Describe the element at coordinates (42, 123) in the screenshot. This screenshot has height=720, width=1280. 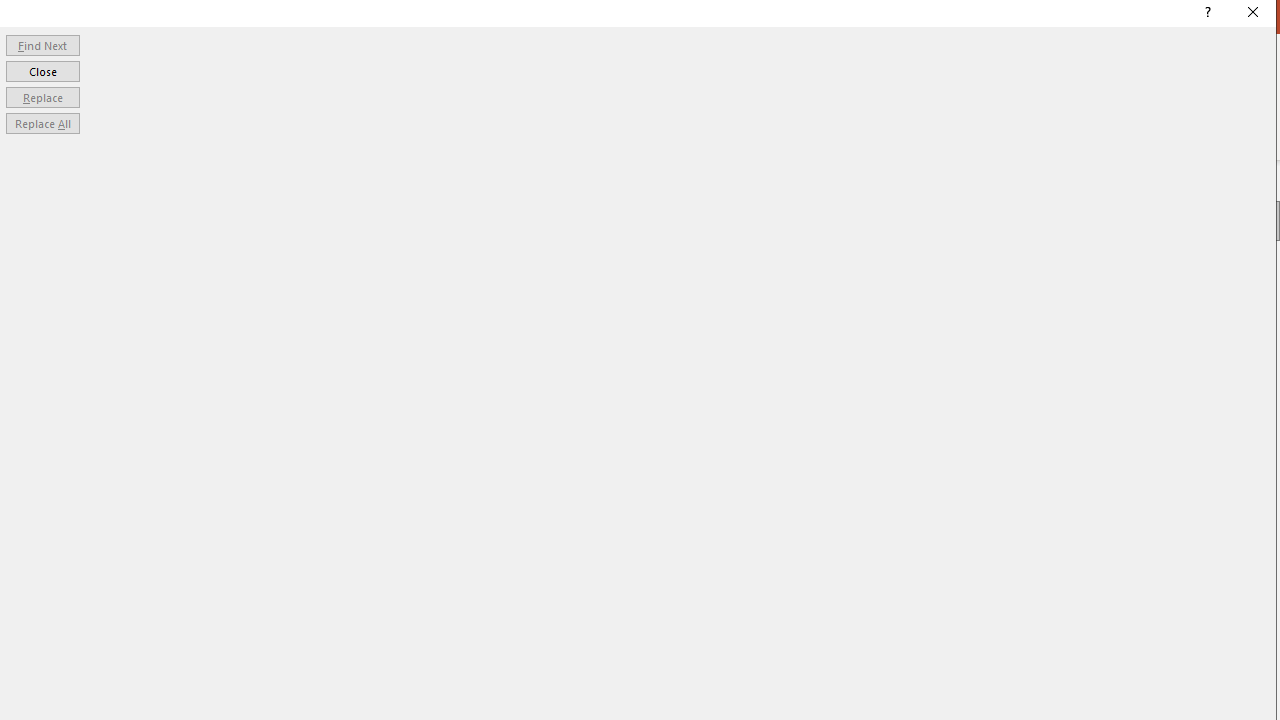
I see `'Replace All'` at that location.